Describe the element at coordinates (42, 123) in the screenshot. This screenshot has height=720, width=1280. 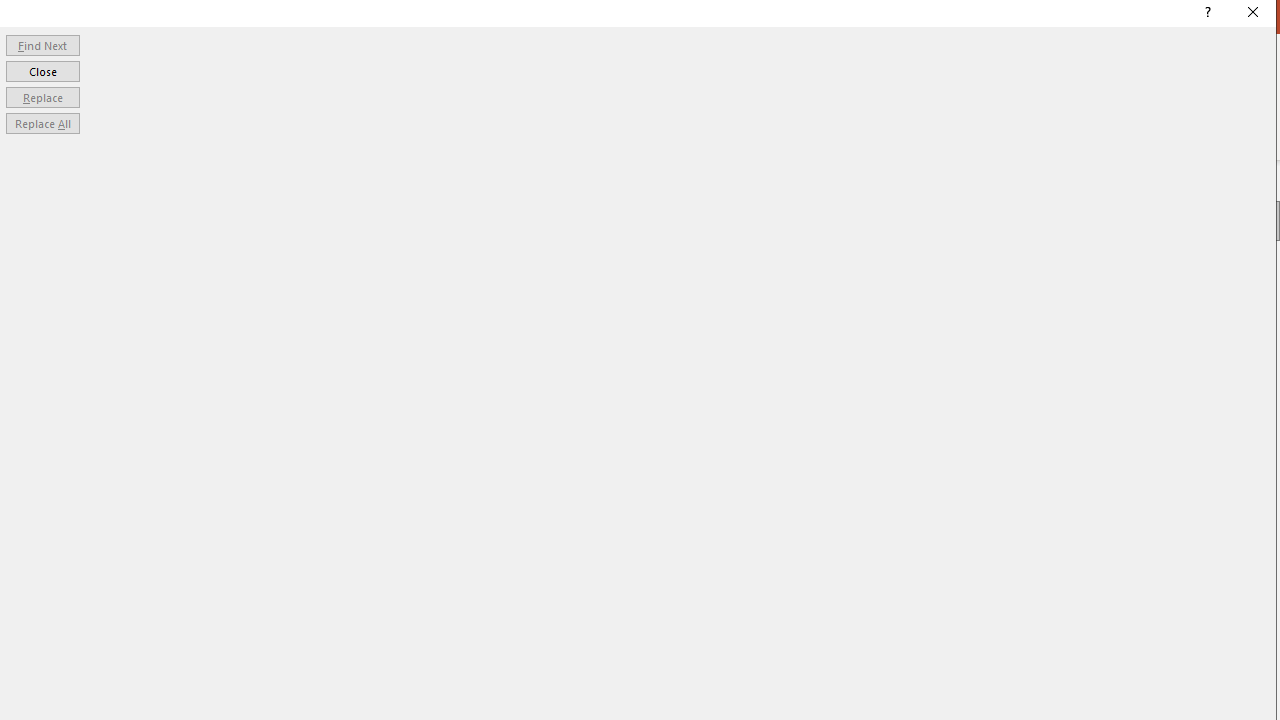
I see `'Replace All'` at that location.